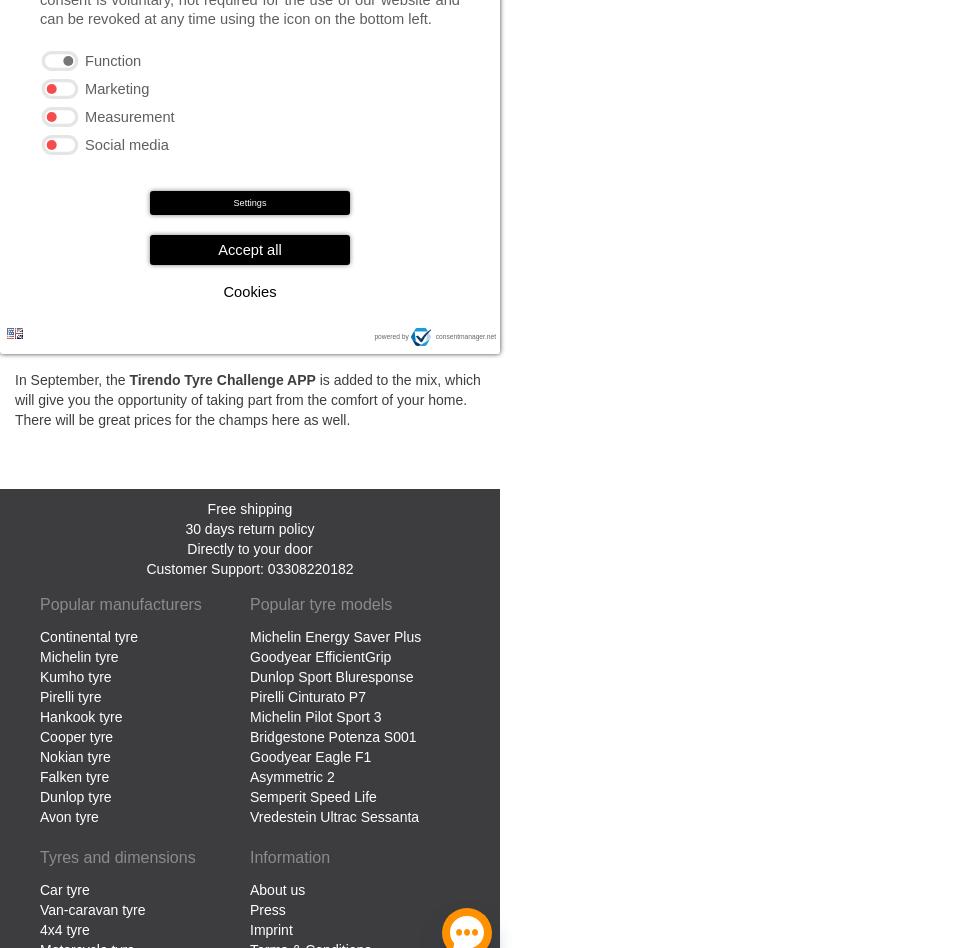  Describe the element at coordinates (374, 195) in the screenshot. I see `'September 22-24'` at that location.